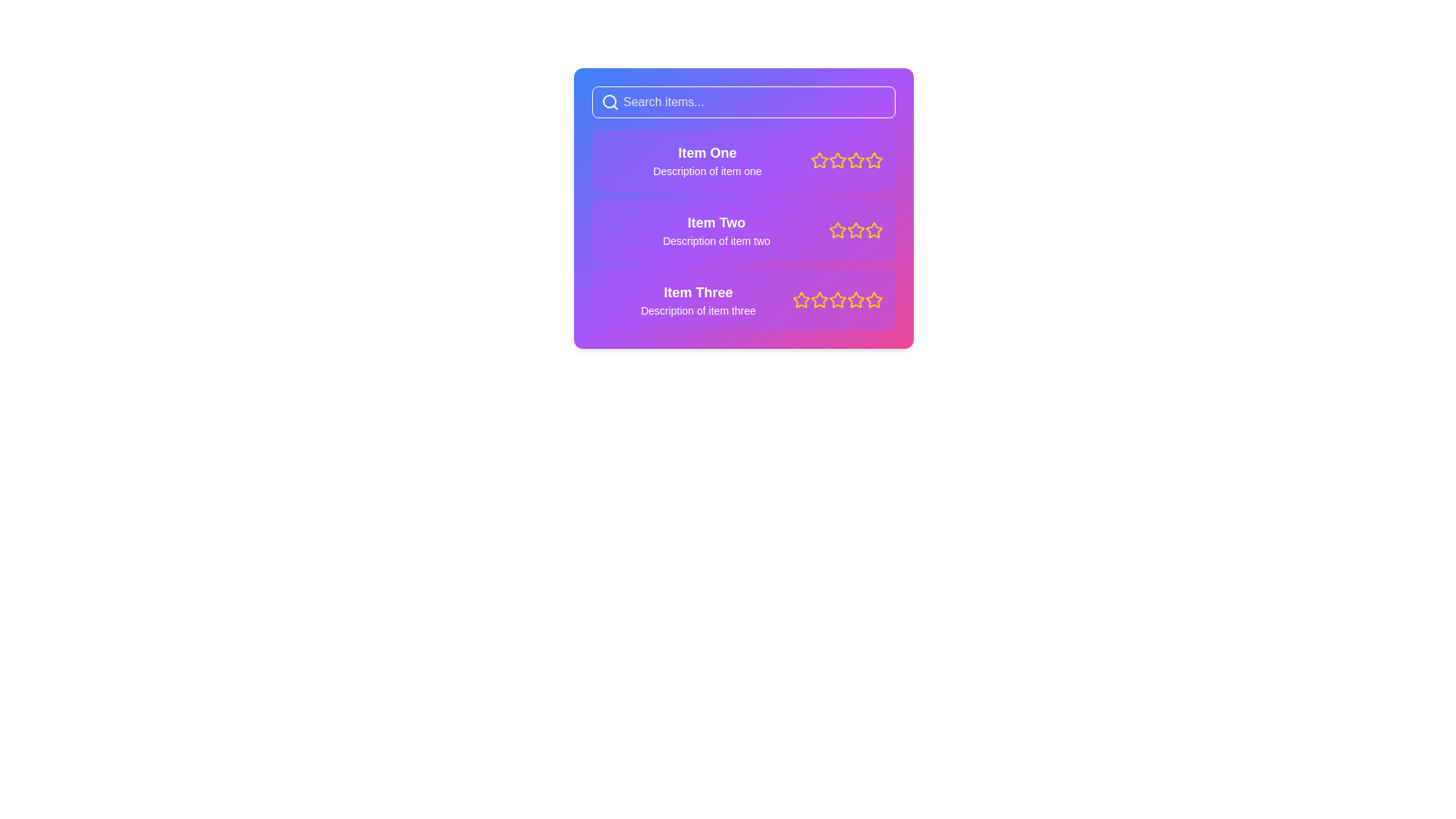 This screenshot has height=819, width=1456. I want to click on the second star icon in the 5-star rating system for 'Item Three' to rate it, so click(818, 300).